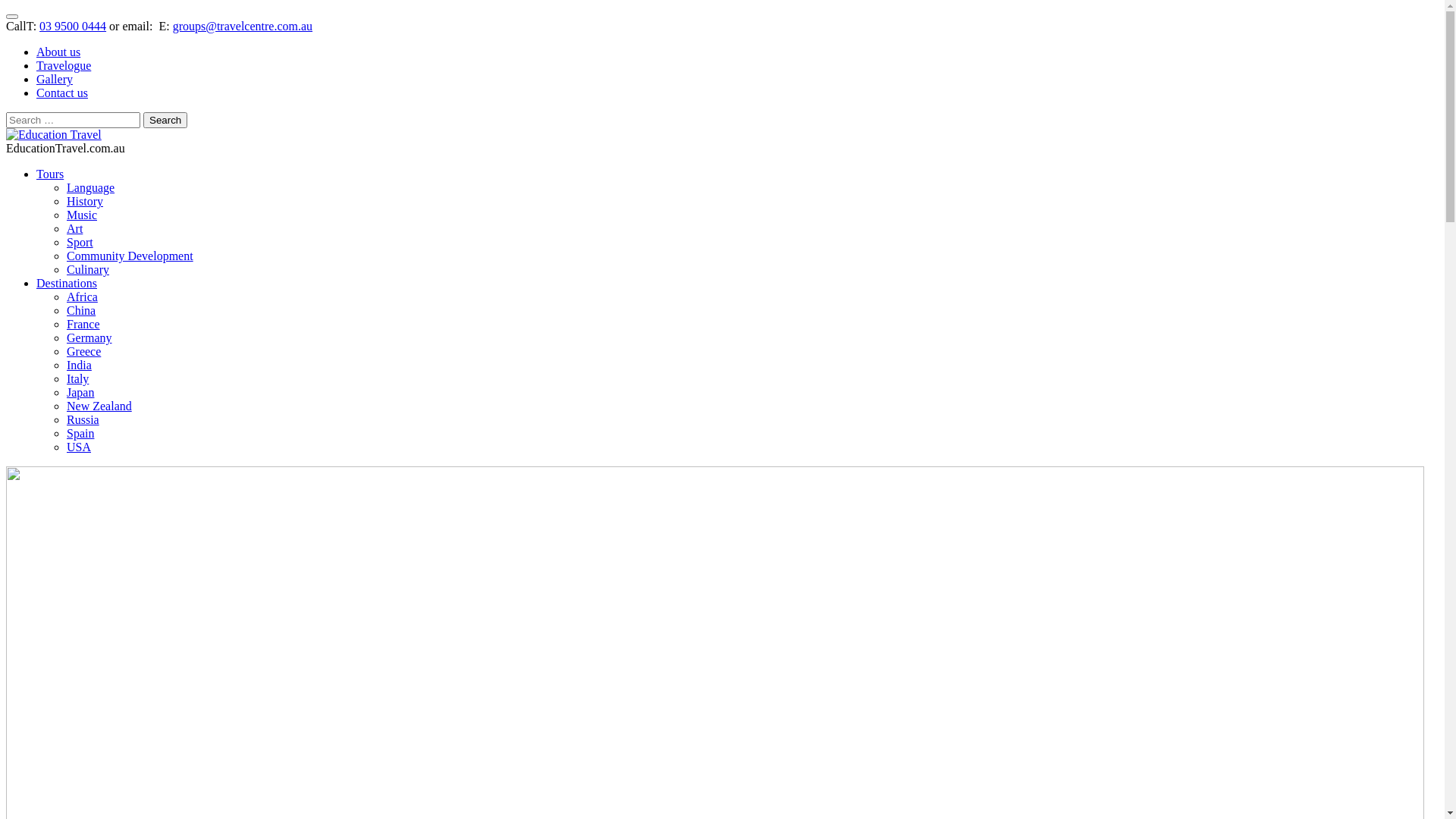  What do you see at coordinates (36, 173) in the screenshot?
I see `'Tours'` at bounding box center [36, 173].